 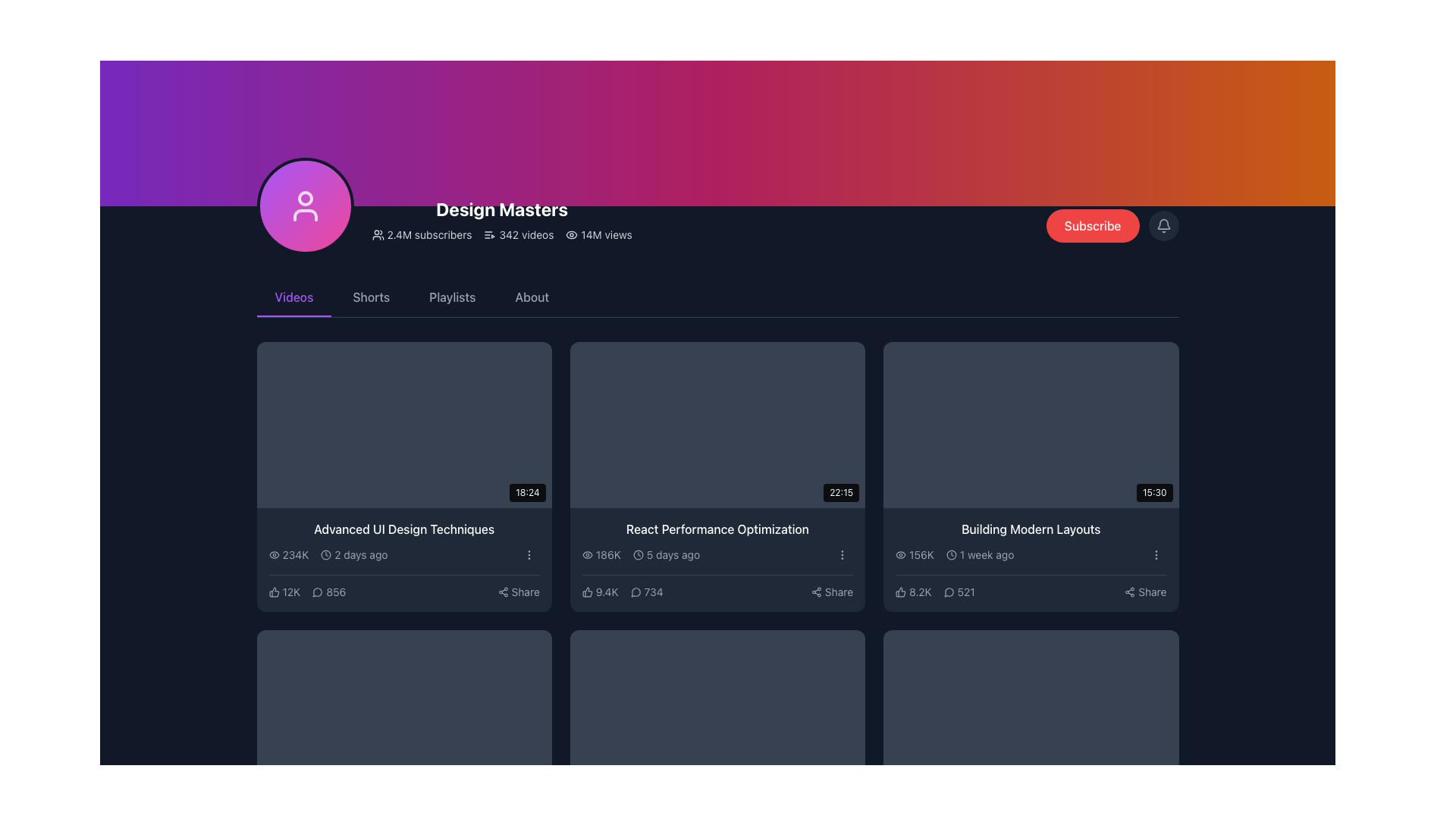 I want to click on the eye-shaped icon located to the left of the text '156K' in the box below the video titled 'Building Modern Layouts', so click(x=901, y=555).